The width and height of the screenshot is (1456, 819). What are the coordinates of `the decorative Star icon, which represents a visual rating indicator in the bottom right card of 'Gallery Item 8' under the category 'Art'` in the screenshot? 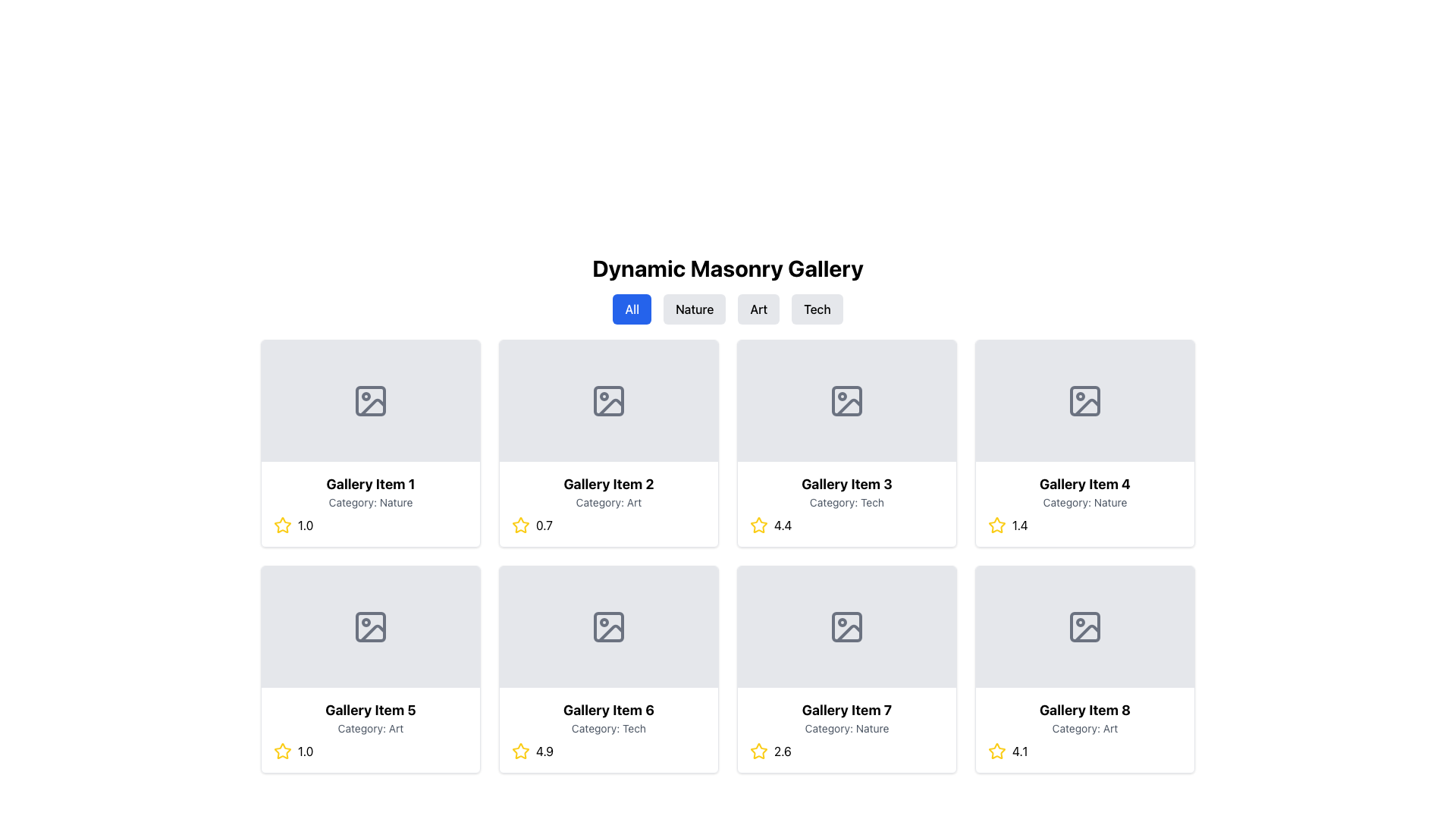 It's located at (997, 752).